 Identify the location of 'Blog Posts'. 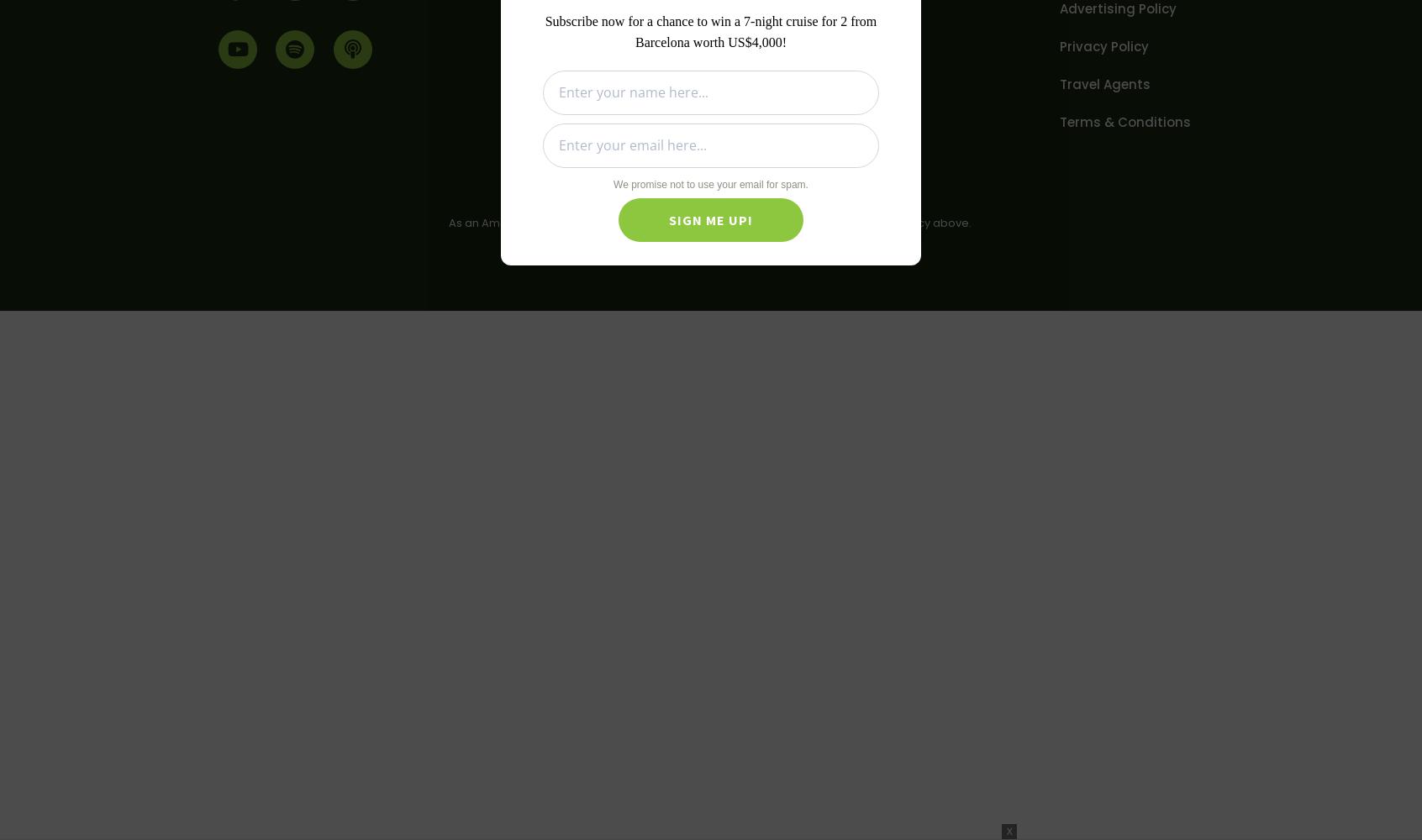
(841, 46).